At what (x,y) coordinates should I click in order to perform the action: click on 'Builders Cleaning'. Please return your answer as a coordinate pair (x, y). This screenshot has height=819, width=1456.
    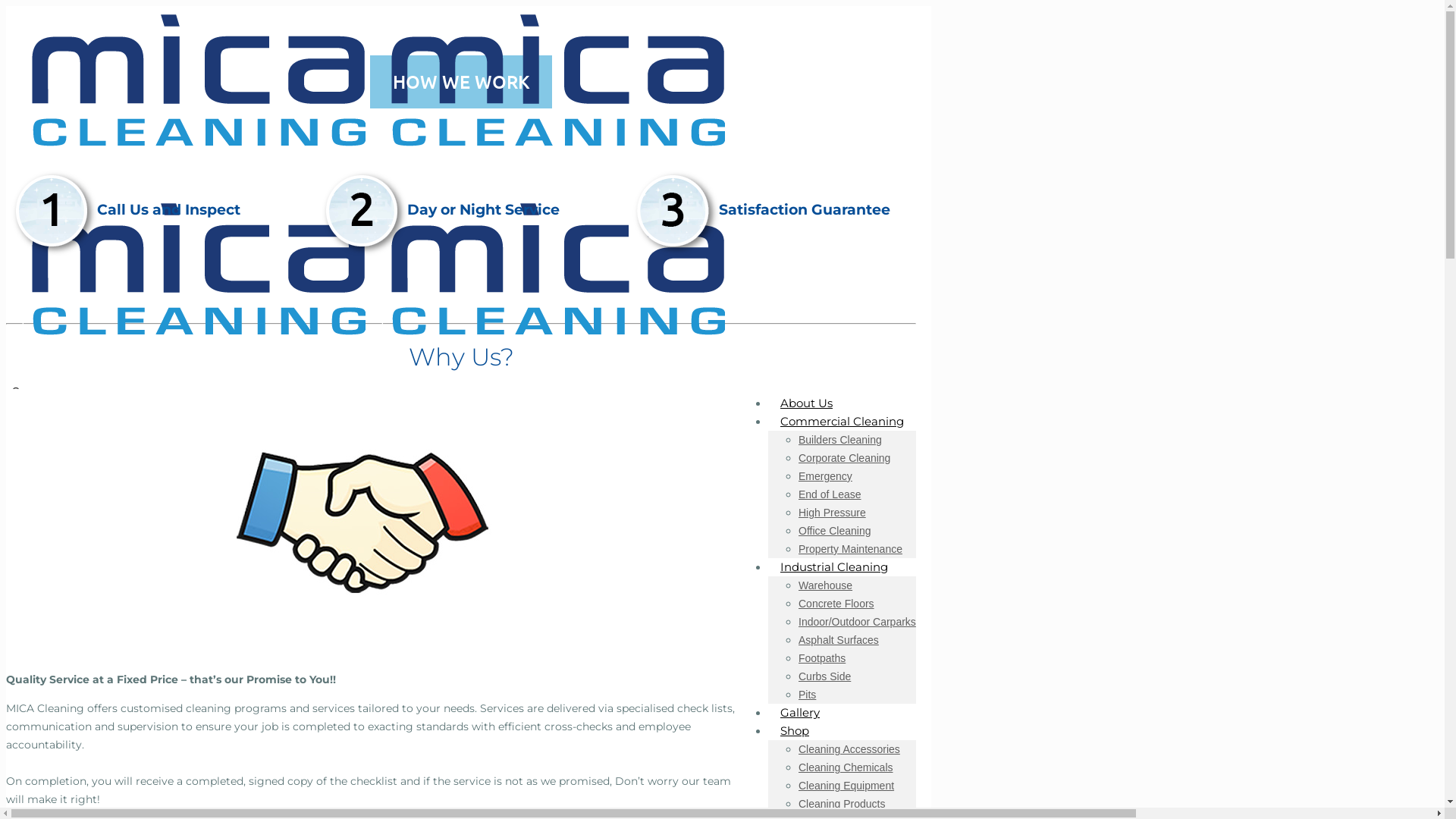
    Looking at the image, I should click on (797, 439).